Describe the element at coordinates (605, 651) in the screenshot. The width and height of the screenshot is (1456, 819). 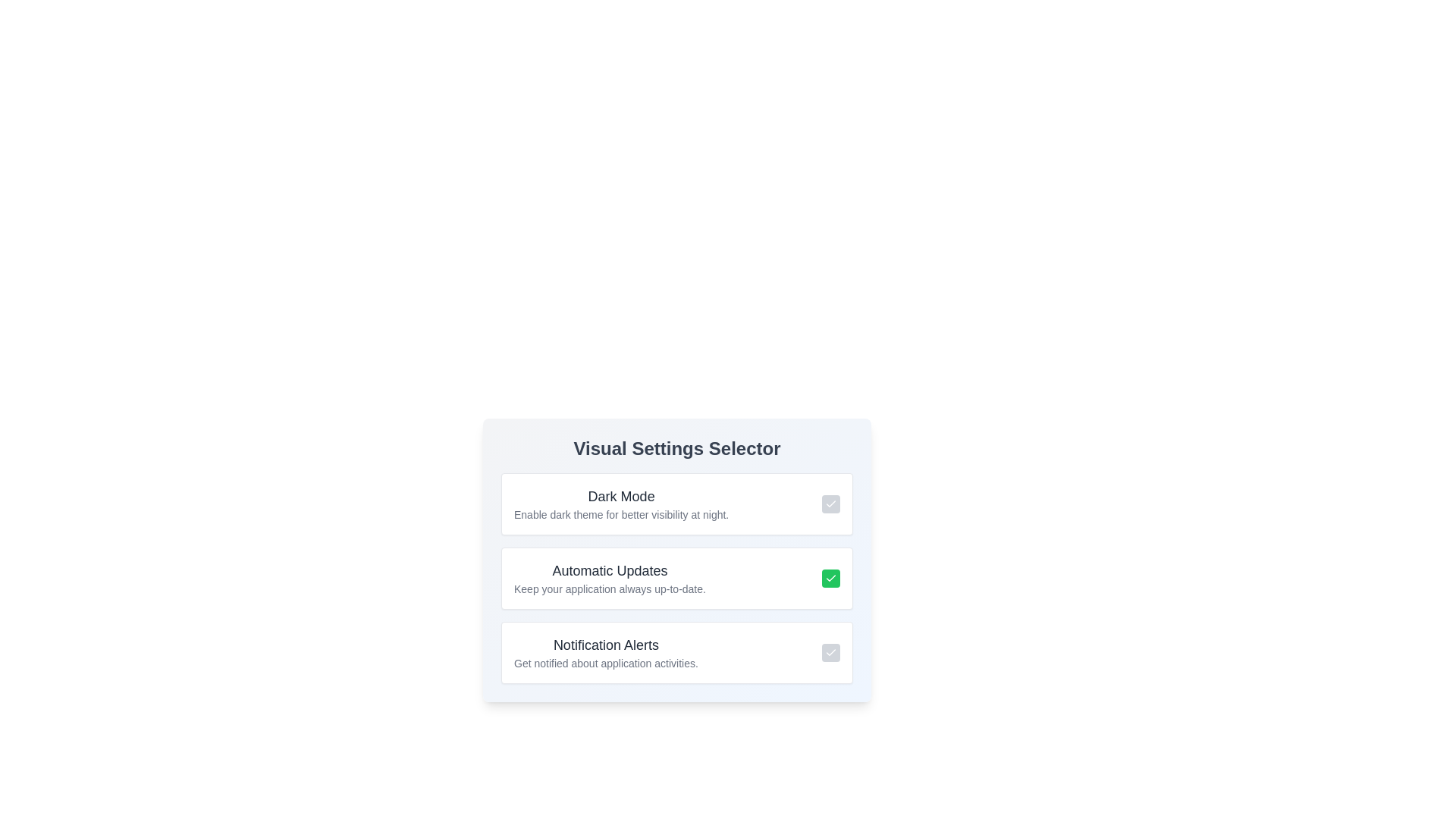
I see `the 'Notification Alerts' label within the settings panel` at that location.